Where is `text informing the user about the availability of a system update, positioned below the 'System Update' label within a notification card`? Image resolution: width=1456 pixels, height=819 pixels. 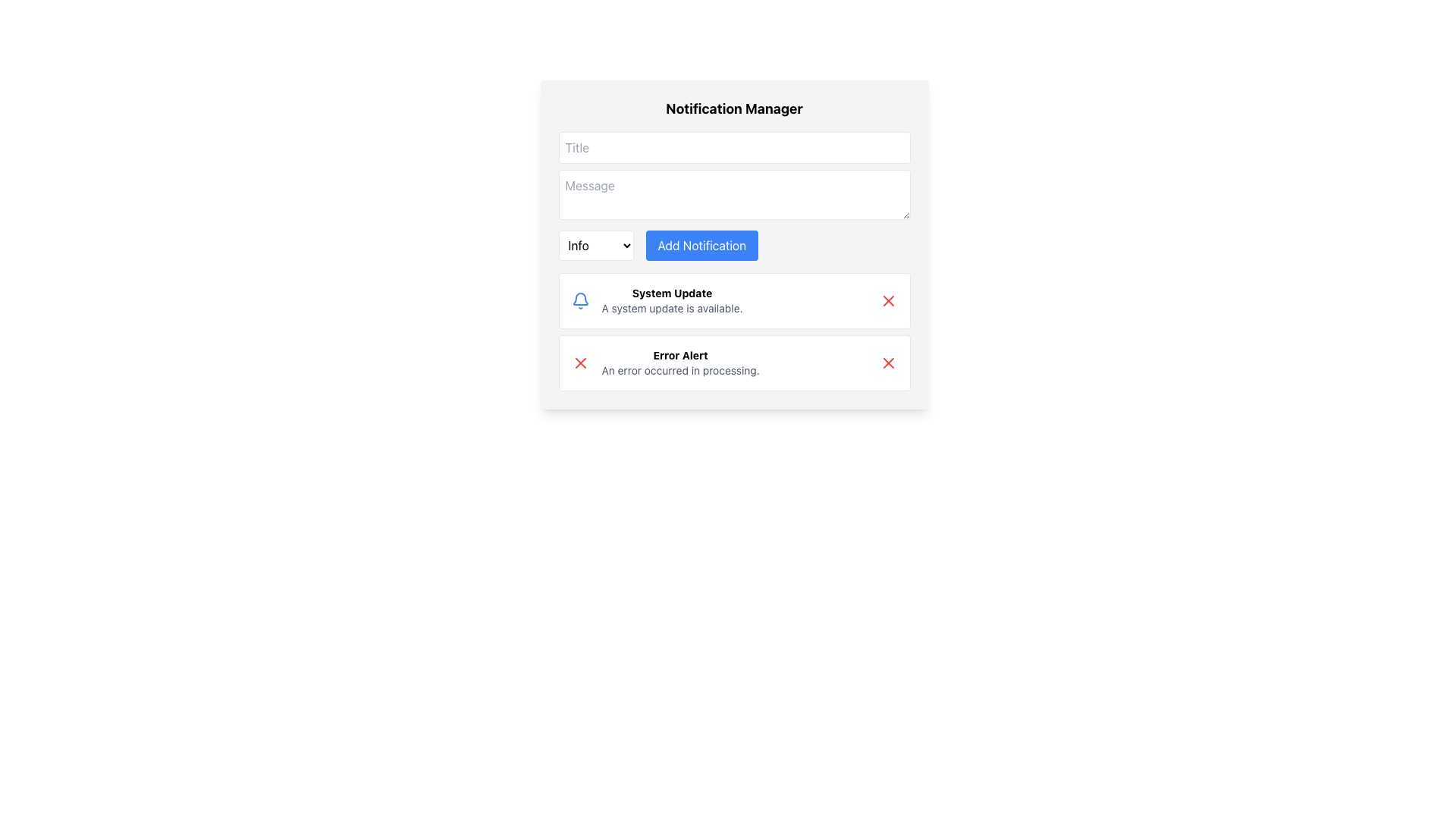 text informing the user about the availability of a system update, positioned below the 'System Update' label within a notification card is located at coordinates (671, 308).